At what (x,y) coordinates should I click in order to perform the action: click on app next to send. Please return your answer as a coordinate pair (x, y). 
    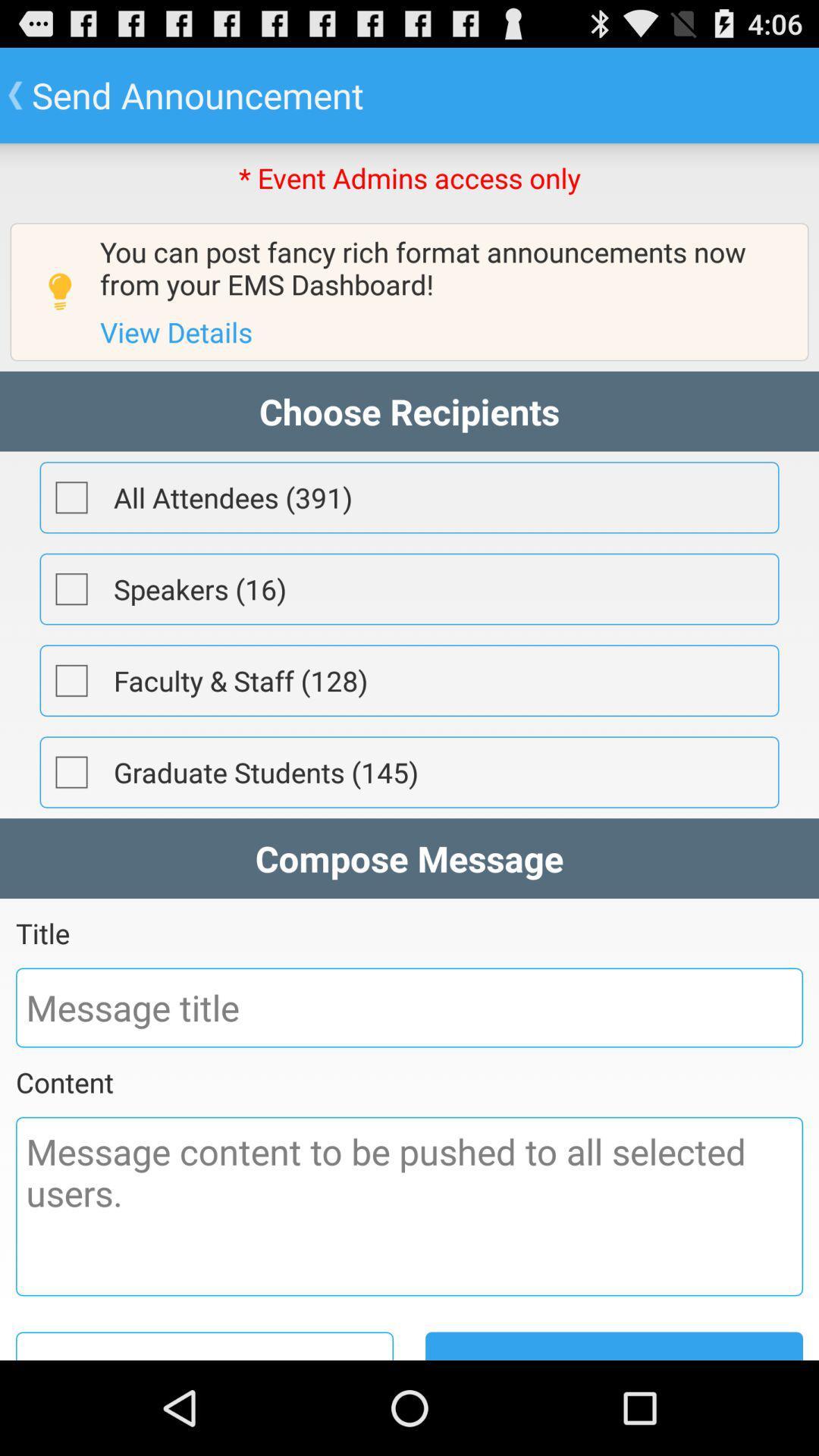
    Looking at the image, I should click on (205, 1346).